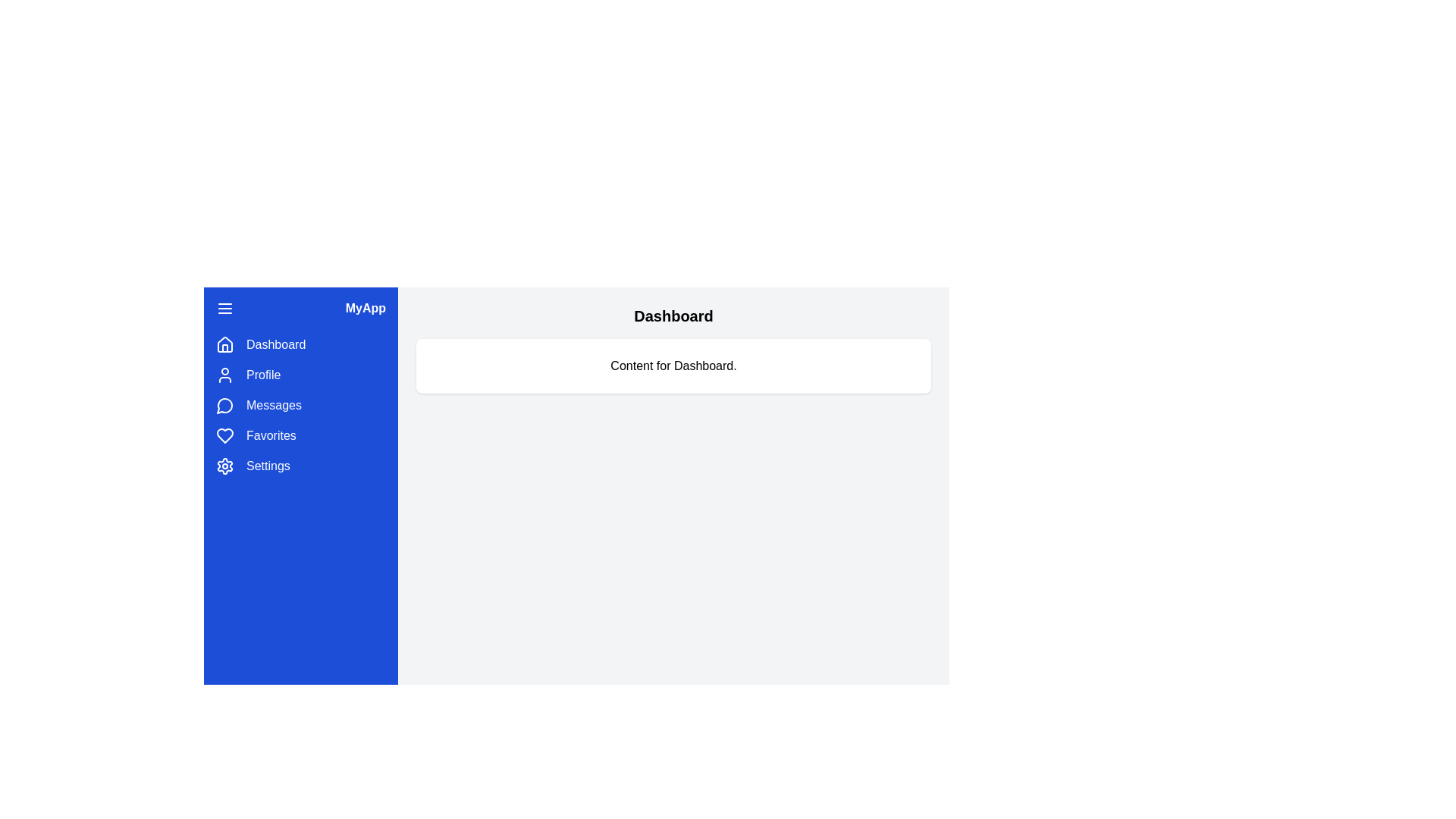 This screenshot has height=819, width=1456. I want to click on the upper portion of the house-shaped icon representing the 'Dashboard' option in the navigation menu, so click(224, 344).